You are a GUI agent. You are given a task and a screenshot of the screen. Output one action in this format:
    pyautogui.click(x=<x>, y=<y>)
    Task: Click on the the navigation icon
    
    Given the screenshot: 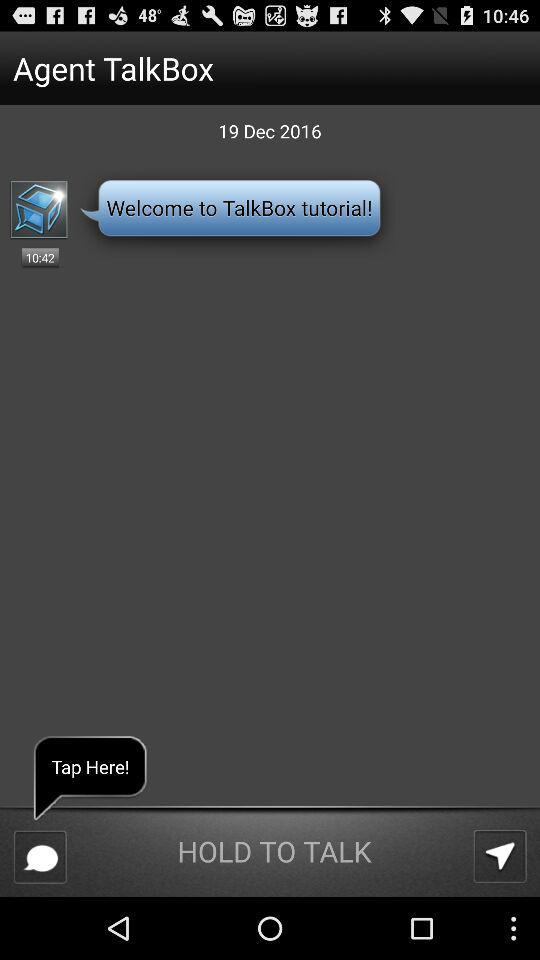 What is the action you would take?
    pyautogui.click(x=499, y=916)
    